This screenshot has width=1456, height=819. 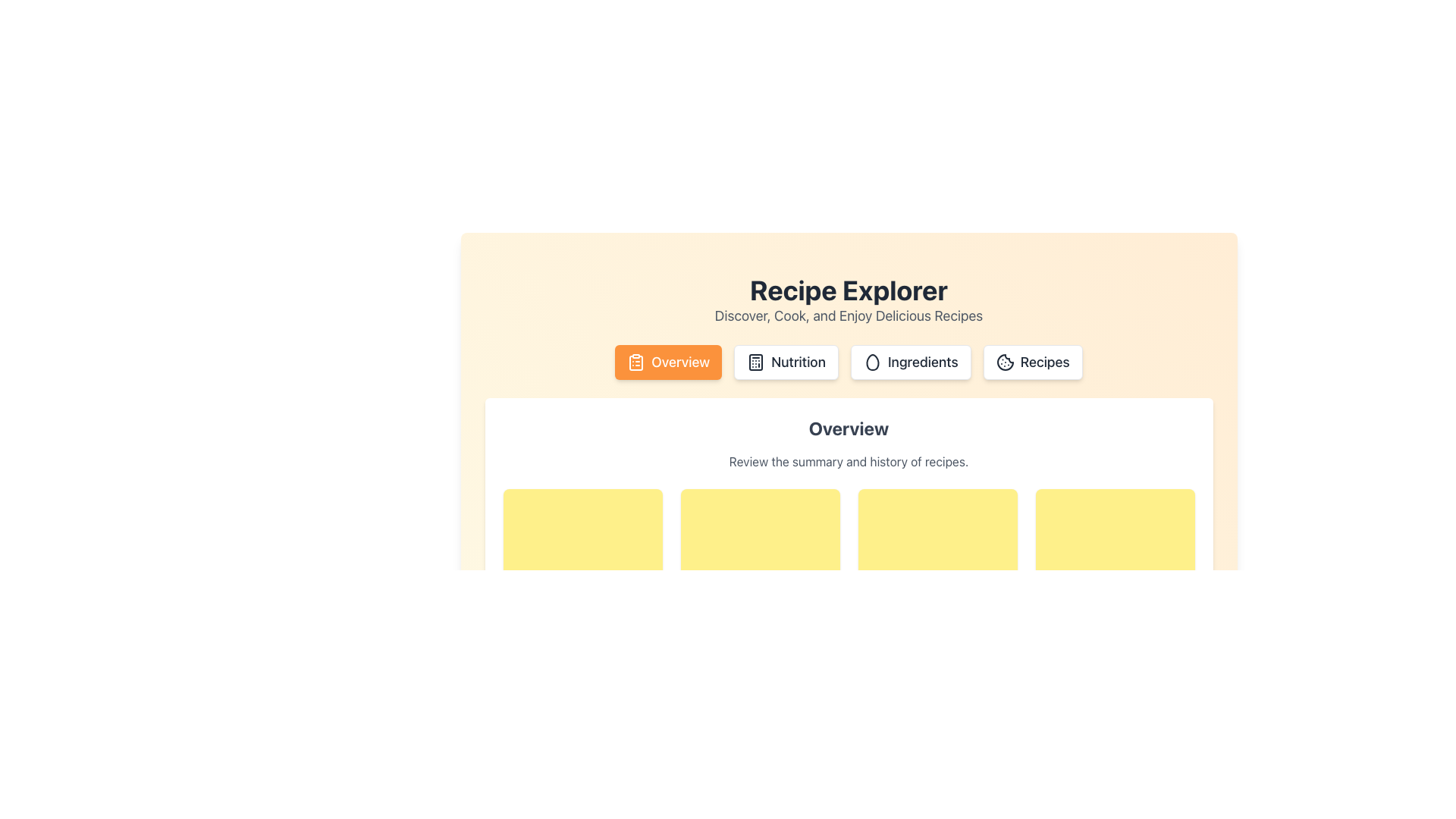 What do you see at coordinates (667, 362) in the screenshot?
I see `the 'Overview' button located in the horizontal navigation bar of the recipe application` at bounding box center [667, 362].